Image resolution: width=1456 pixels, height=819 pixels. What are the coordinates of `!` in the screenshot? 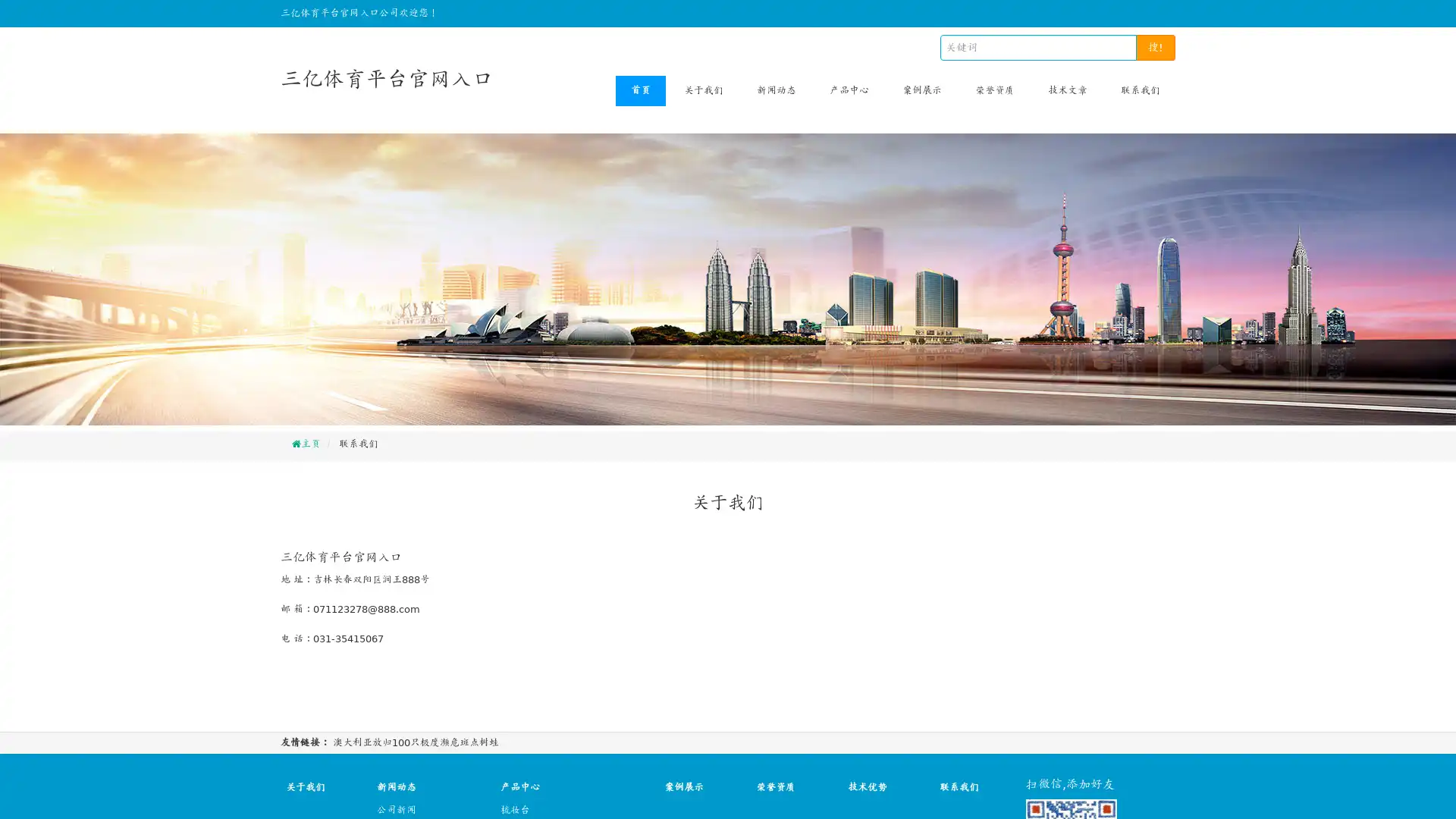 It's located at (1155, 46).